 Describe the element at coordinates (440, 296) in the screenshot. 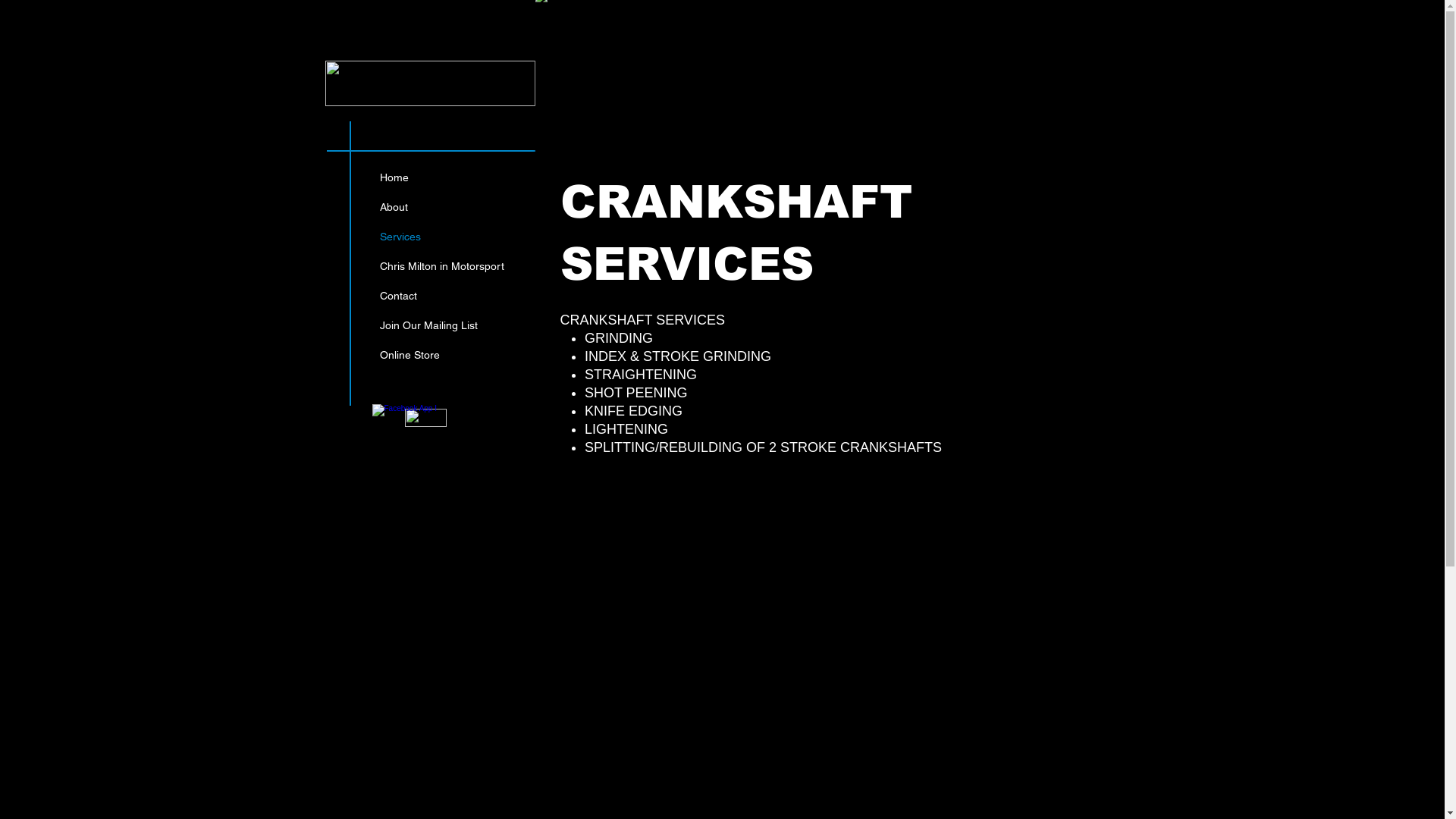

I see `'Contact'` at that location.